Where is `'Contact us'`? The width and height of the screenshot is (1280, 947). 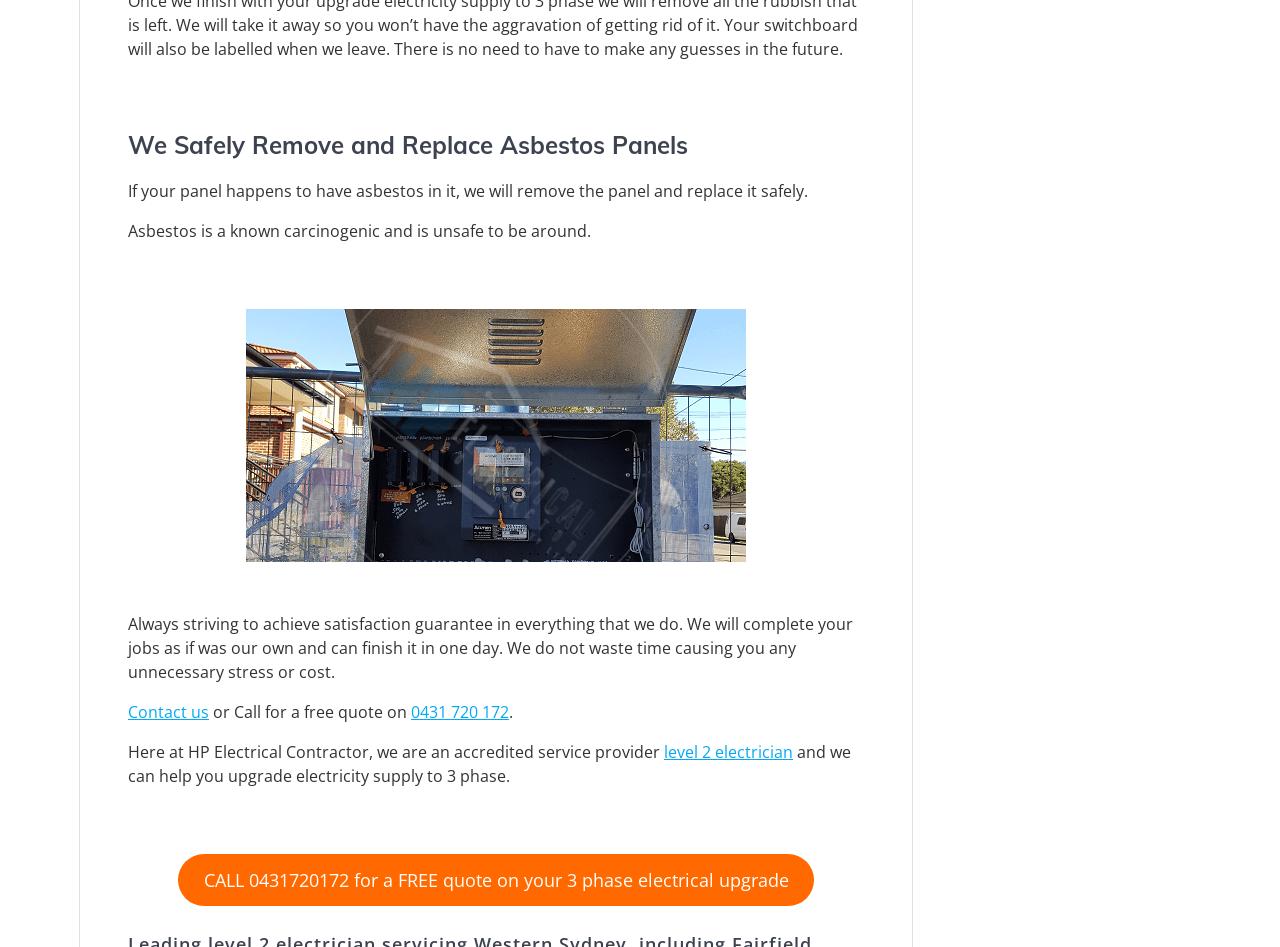
'Contact us' is located at coordinates (168, 710).